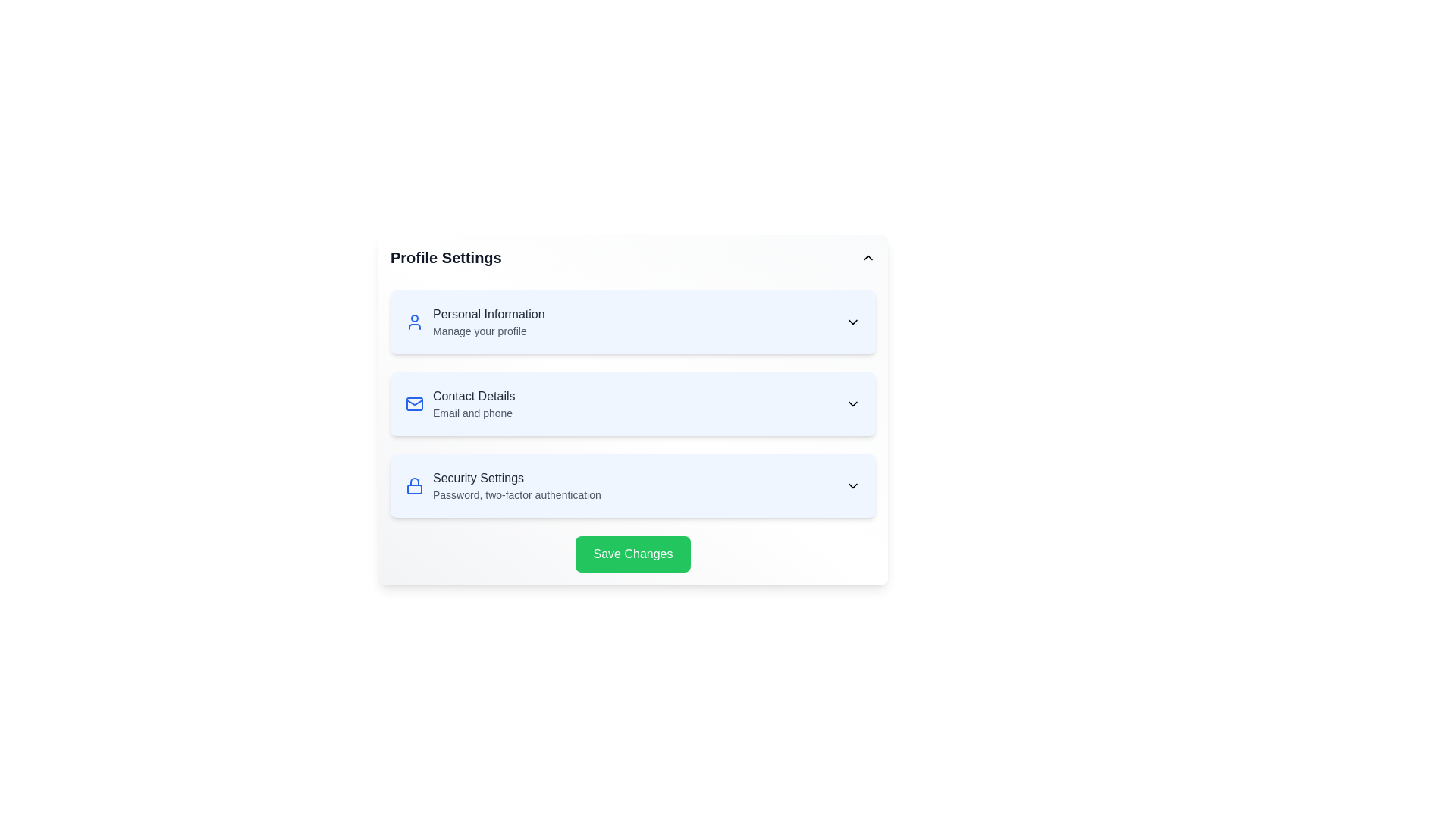  What do you see at coordinates (503, 485) in the screenshot?
I see `the 'Security Settings' expandable menu option, which is identified by the blue lock icon and the text 'Security Settings' in bold` at bounding box center [503, 485].